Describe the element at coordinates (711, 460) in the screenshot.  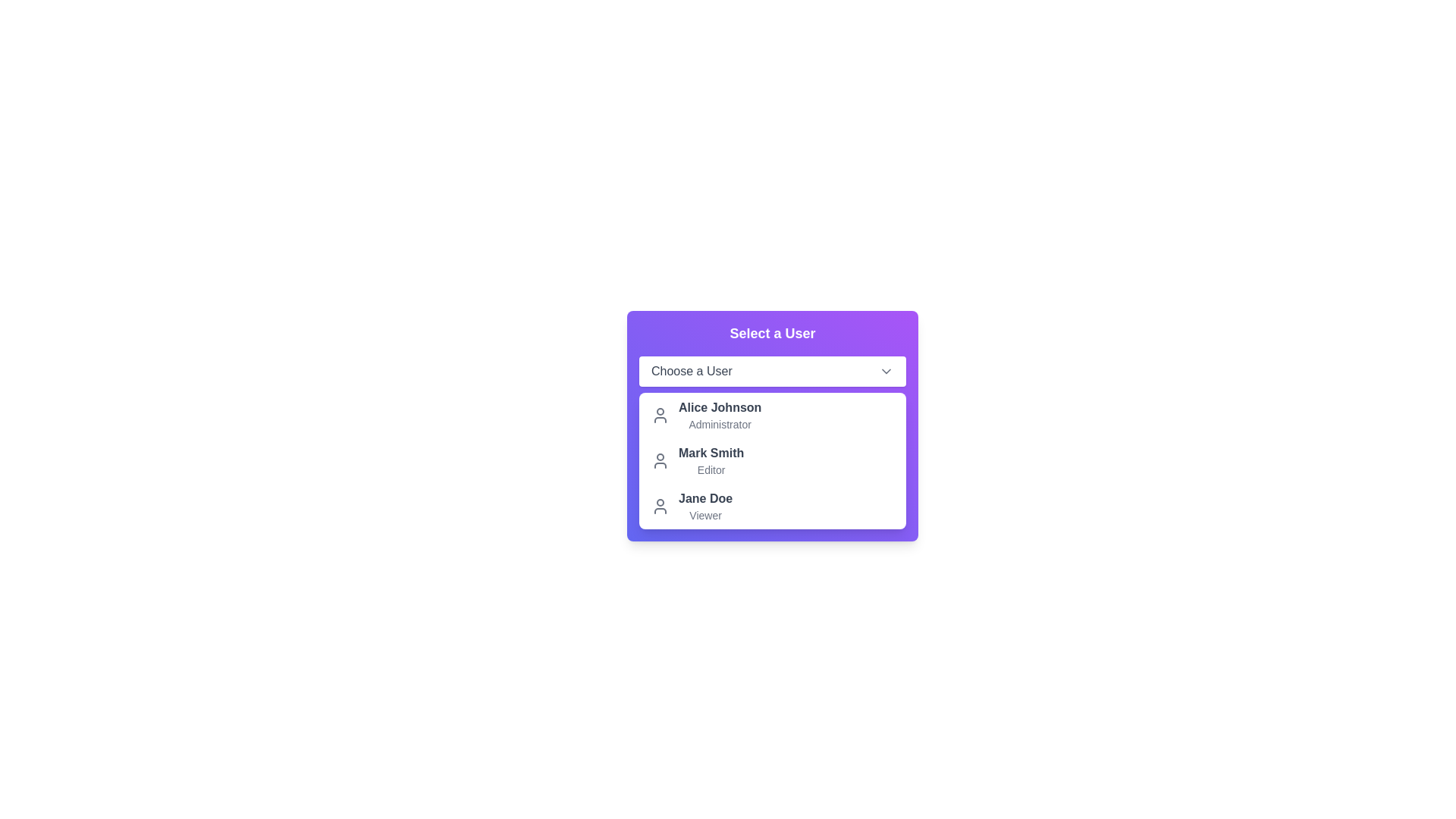
I see `the Composite text label displaying 'Mark Smith - Editor'` at that location.